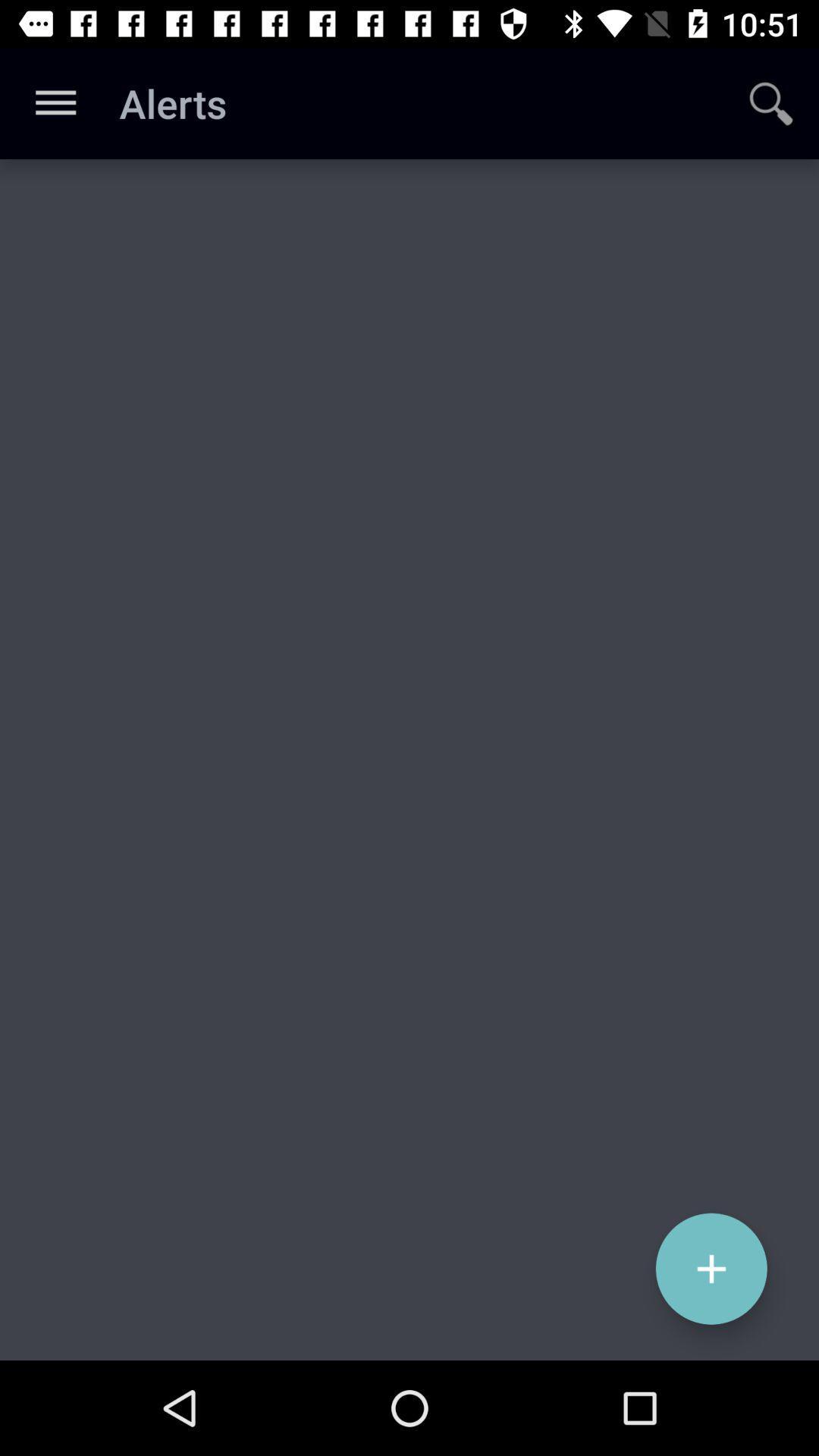  Describe the element at coordinates (711, 1269) in the screenshot. I see `the add icon` at that location.